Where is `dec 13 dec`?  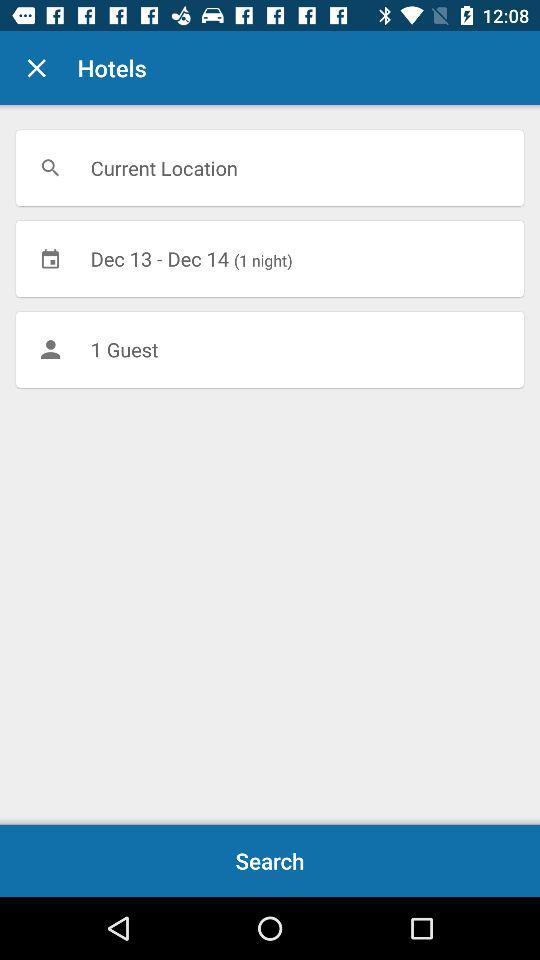
dec 13 dec is located at coordinates (270, 257).